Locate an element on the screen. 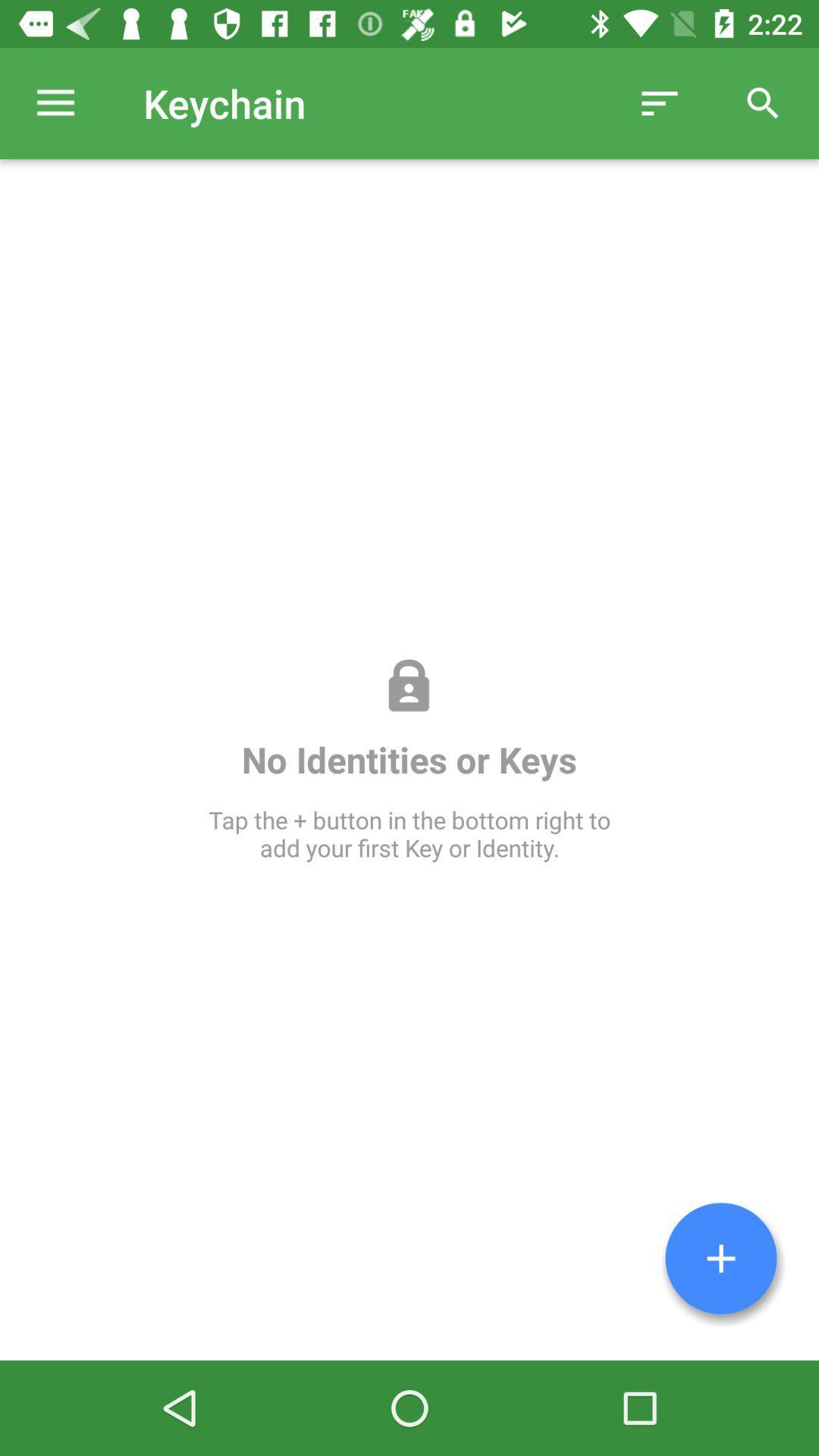 The width and height of the screenshot is (819, 1456). first item is located at coordinates (720, 1258).